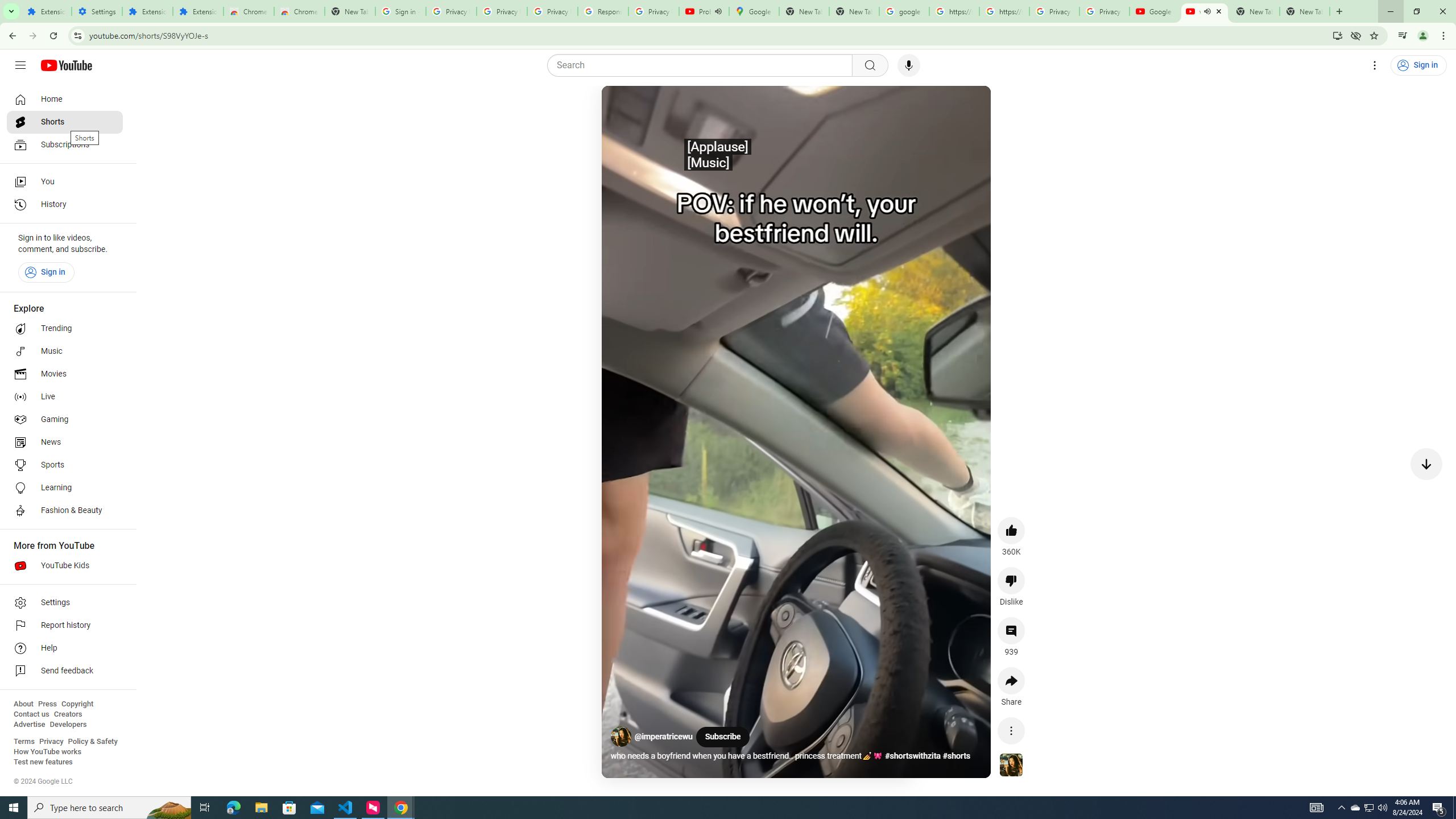 This screenshot has height=819, width=1456. I want to click on 'Subscriptions', so click(64, 144).